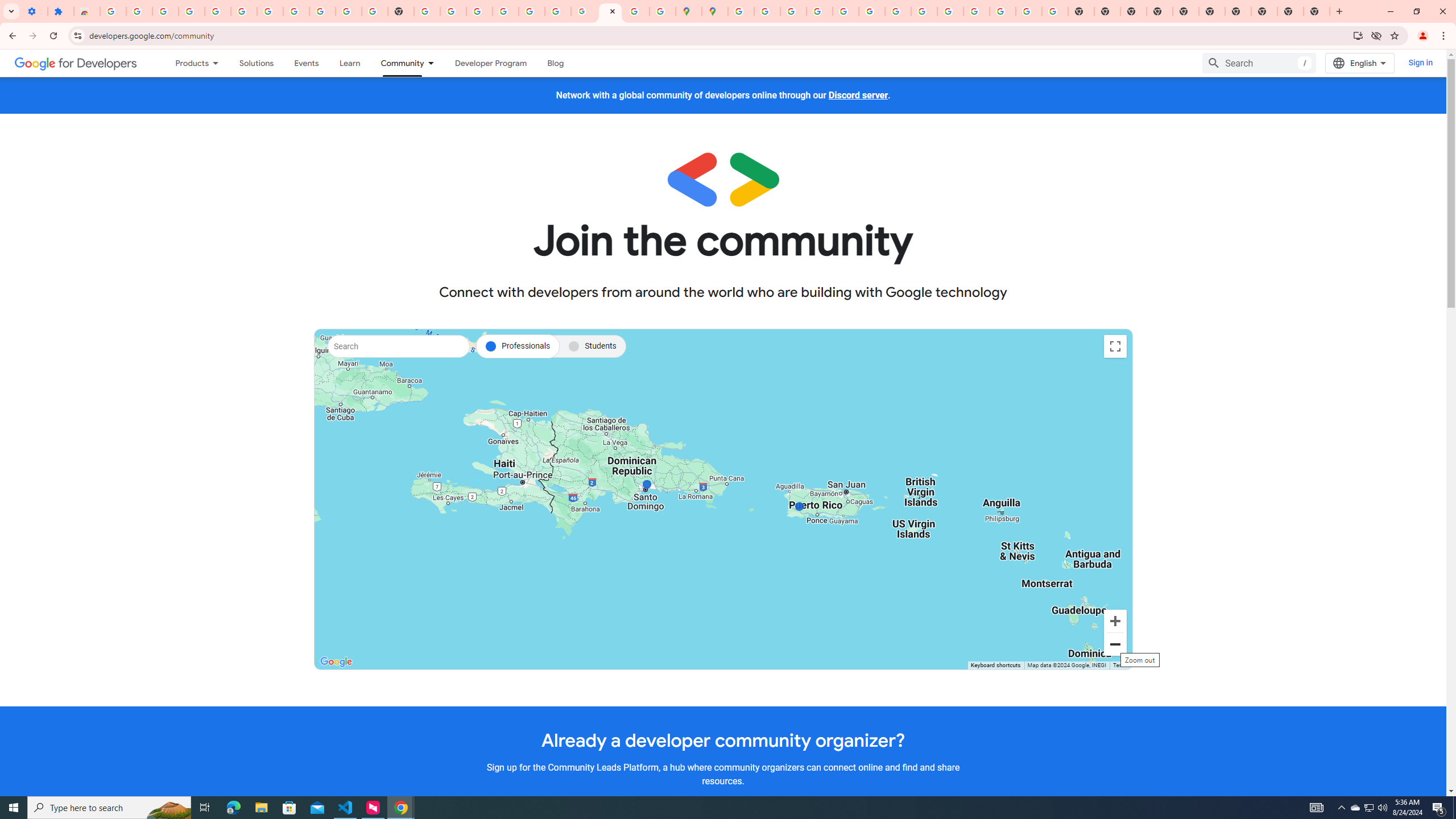 This screenshot has height=819, width=1456. Describe the element at coordinates (1444, 35) in the screenshot. I see `'Chrome'` at that location.